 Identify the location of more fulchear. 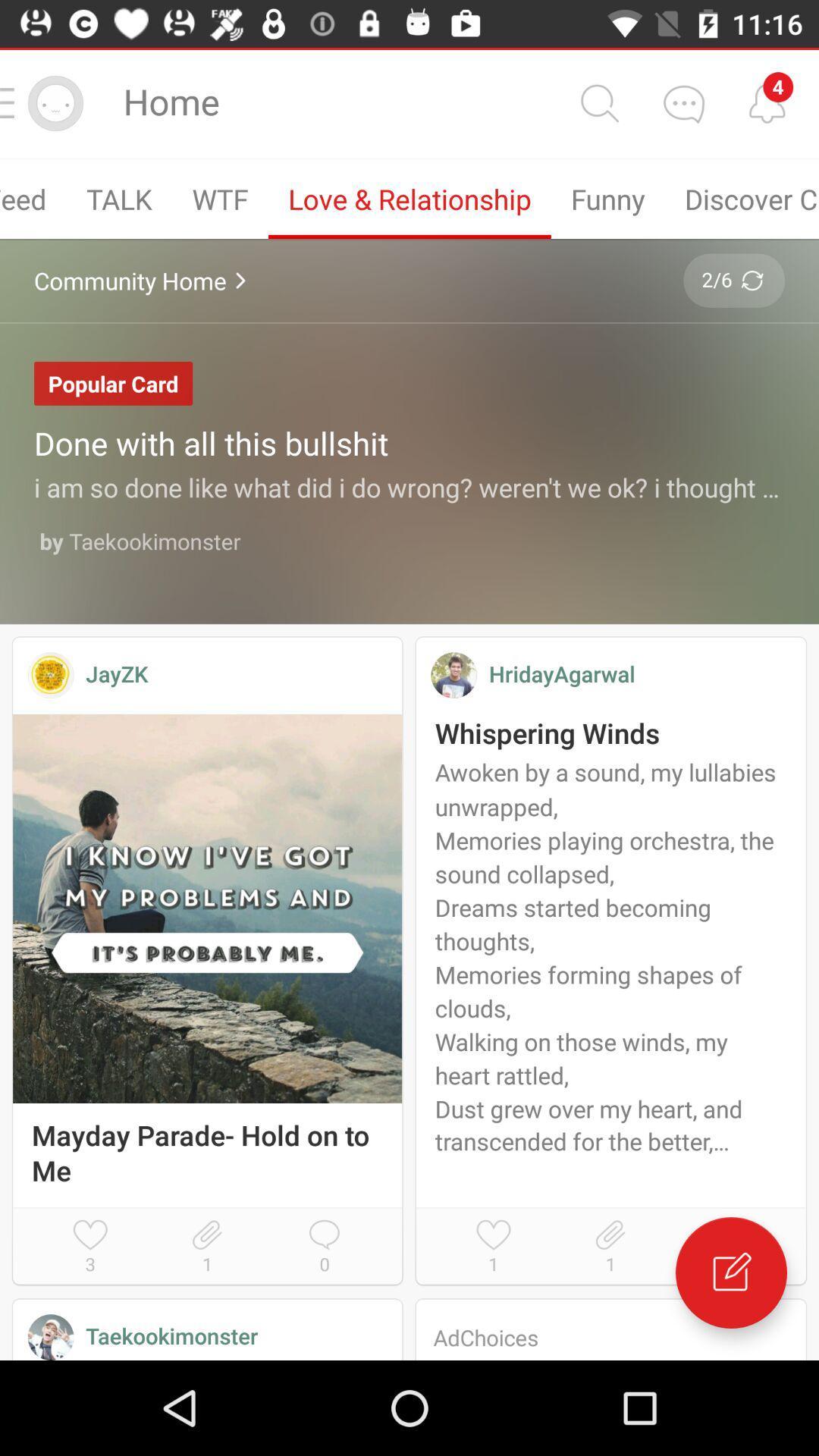
(683, 102).